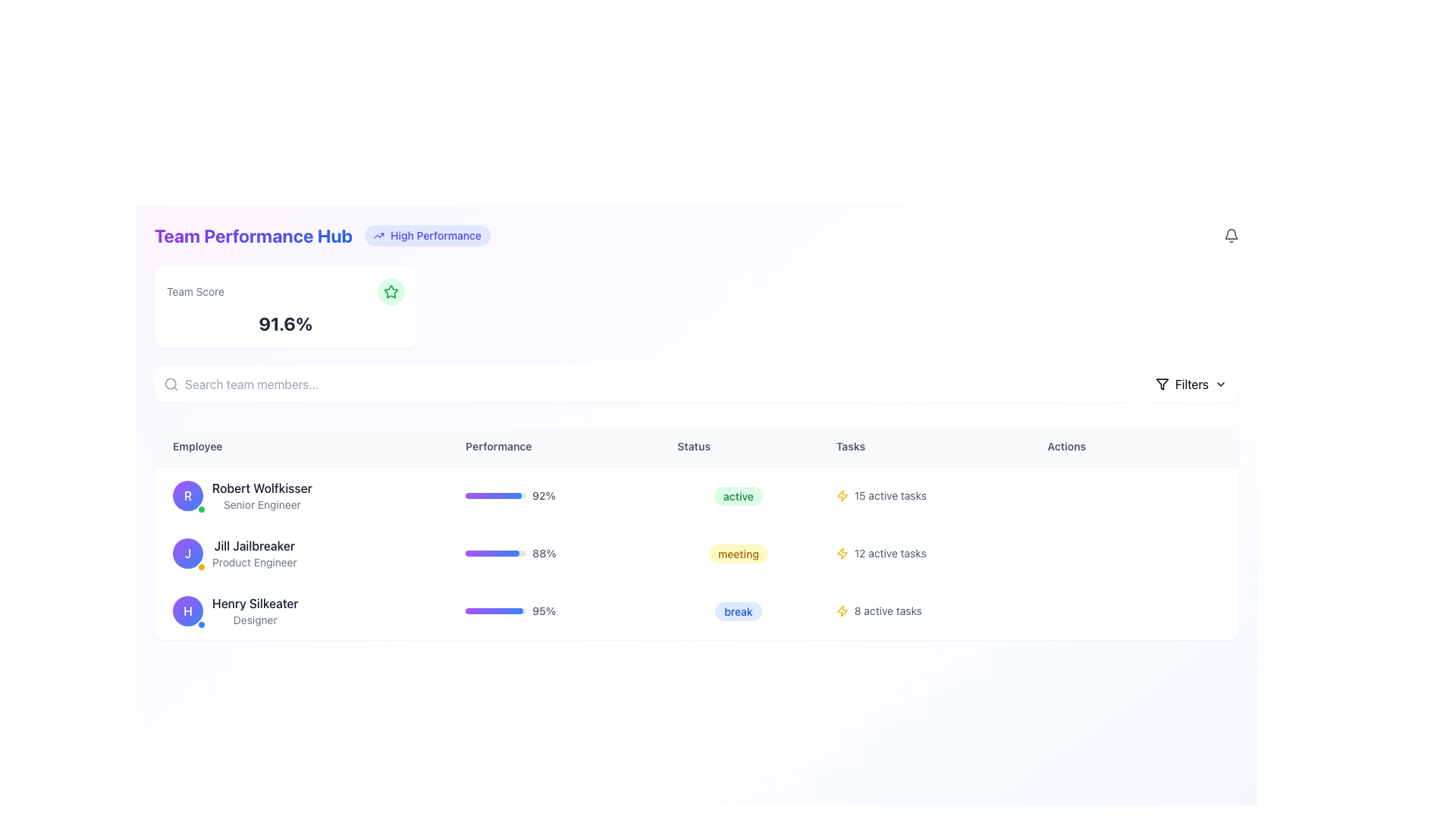 This screenshot has height=819, width=1456. Describe the element at coordinates (200, 509) in the screenshot. I see `the small circular status indicator with a green background and white border, located in the bottom-right corner of the circular avatar containing the letter 'R'` at that location.